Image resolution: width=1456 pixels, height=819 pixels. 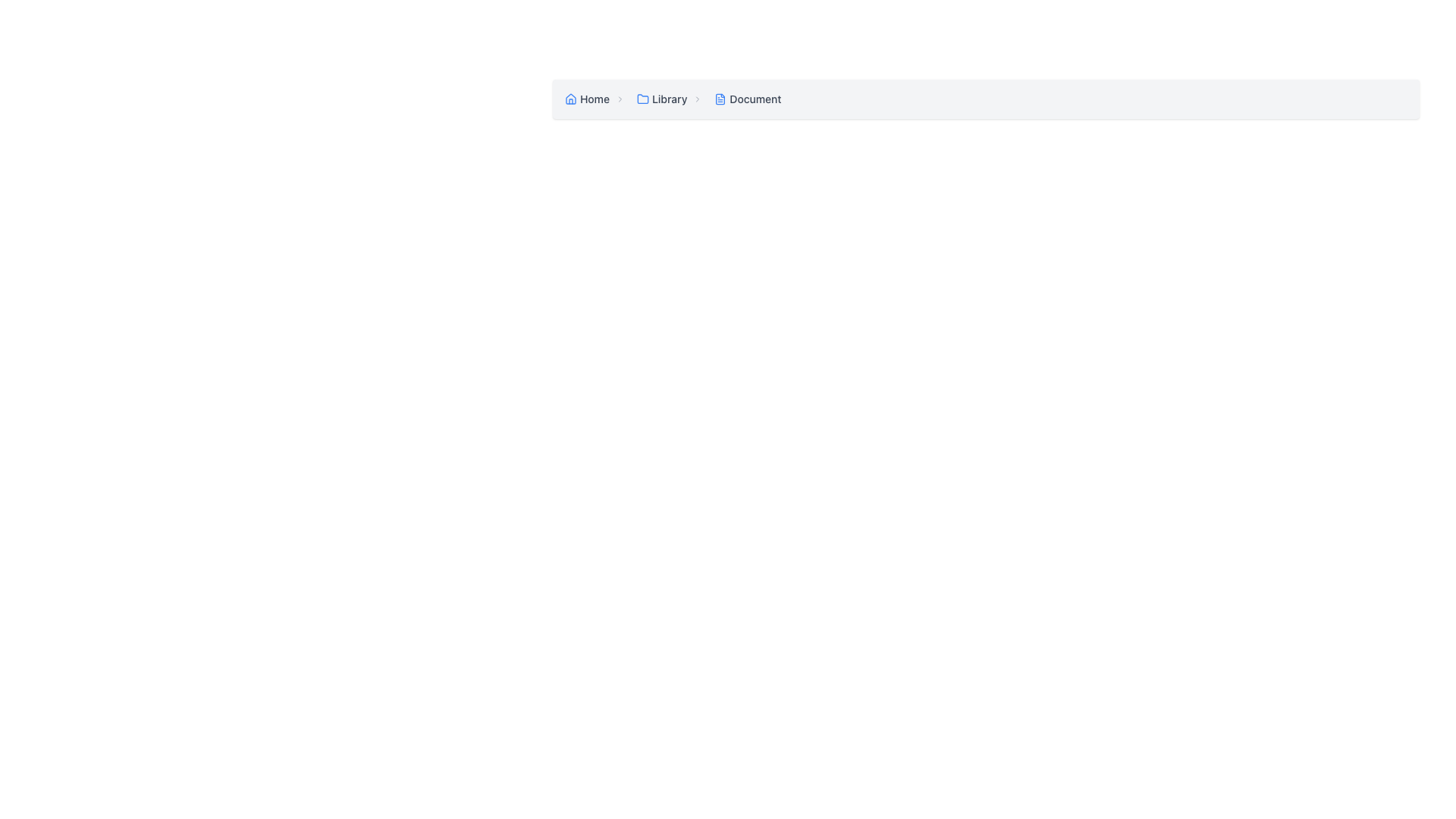 I want to click on the file/document icon located in the breadcrumb navigation bar adjacent to the 'Document' label, so click(x=720, y=99).